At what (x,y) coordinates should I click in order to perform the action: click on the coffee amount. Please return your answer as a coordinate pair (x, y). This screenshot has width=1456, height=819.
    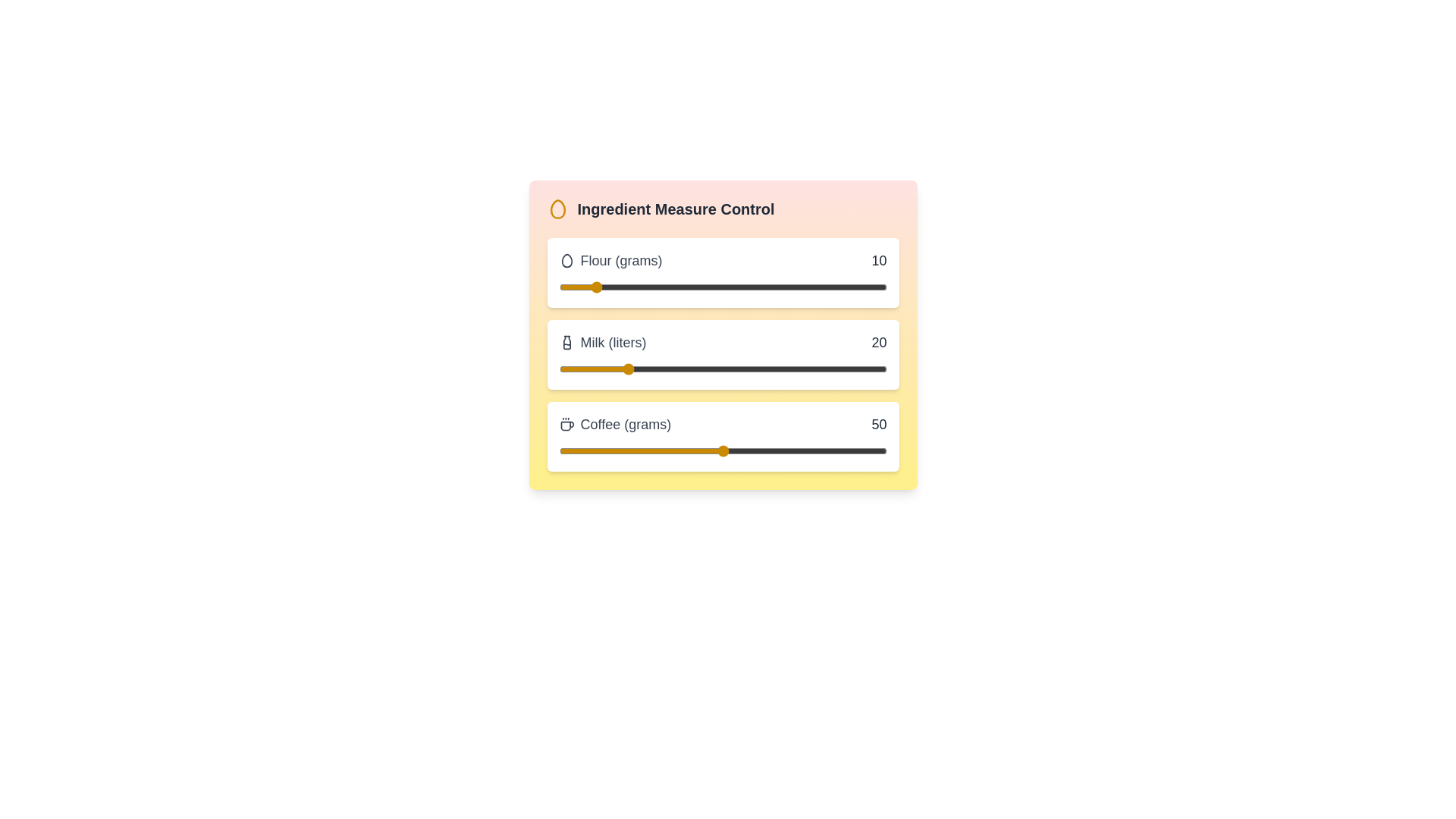
    Looking at the image, I should click on (733, 450).